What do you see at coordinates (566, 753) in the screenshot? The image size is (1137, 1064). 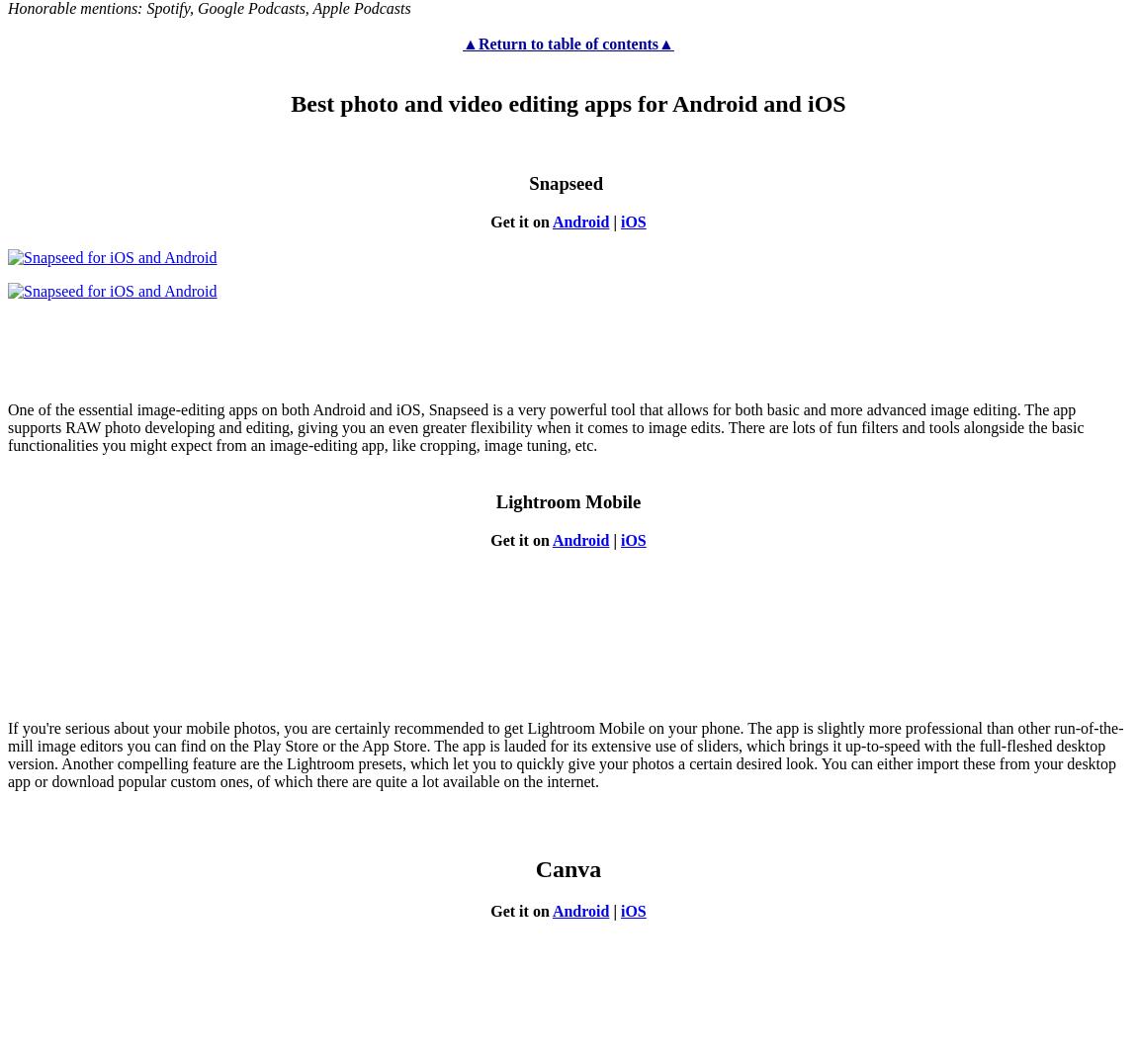 I see `'If you're serious about your mobile photos, you are certainly recommended to get Lightroom Mobile on your phone. The app is slightly more professional than other run-of-the-mill image editors you can find on the Play Store or the App Store. The app is lauded for its extensive use of sliders, which brings it up-to-speed with the full-fleshed desktop version. Another compelling feature are the Lightroom presets, which let you to quickly give your photos a certain desired look. You can either import these from your desktop app or download popular custom ones, of which there are quite a lot available on the internet.'` at bounding box center [566, 753].